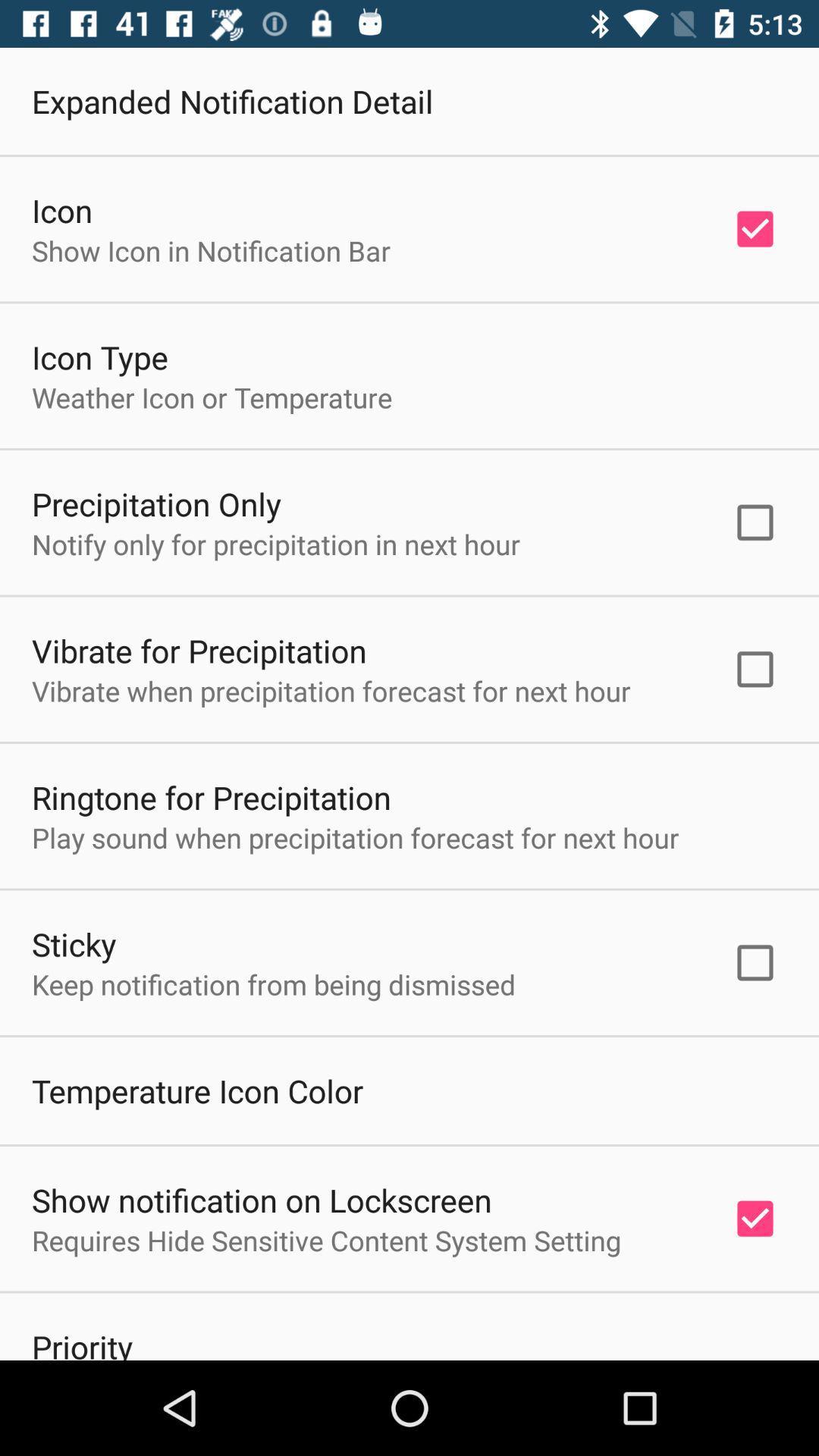 The width and height of the screenshot is (819, 1456). What do you see at coordinates (82, 1342) in the screenshot?
I see `item below the requires hide sensitive` at bounding box center [82, 1342].